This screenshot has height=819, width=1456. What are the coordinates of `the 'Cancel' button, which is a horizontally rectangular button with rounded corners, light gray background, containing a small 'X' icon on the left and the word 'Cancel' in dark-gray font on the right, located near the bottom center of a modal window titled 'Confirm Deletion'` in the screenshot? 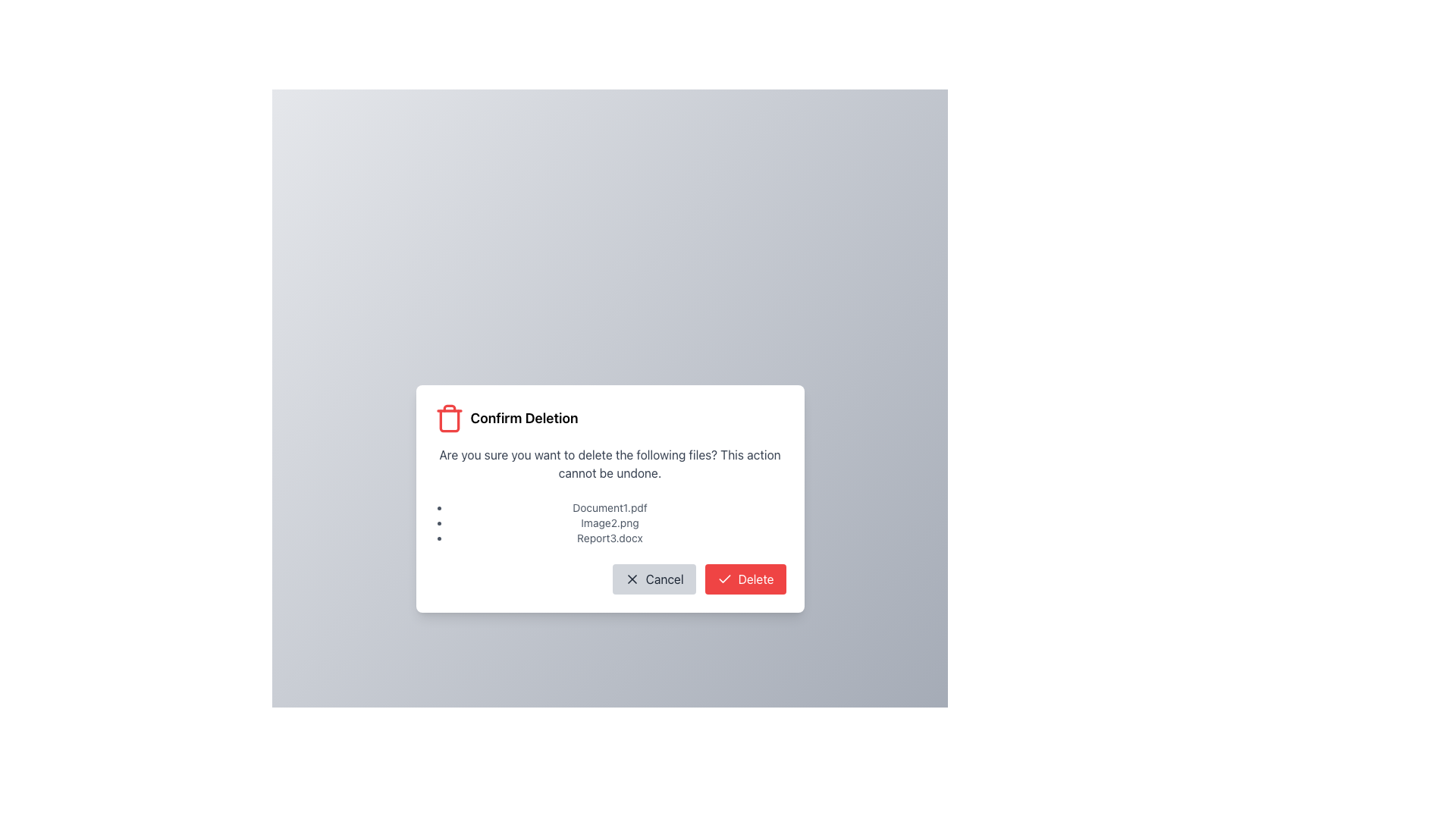 It's located at (654, 579).